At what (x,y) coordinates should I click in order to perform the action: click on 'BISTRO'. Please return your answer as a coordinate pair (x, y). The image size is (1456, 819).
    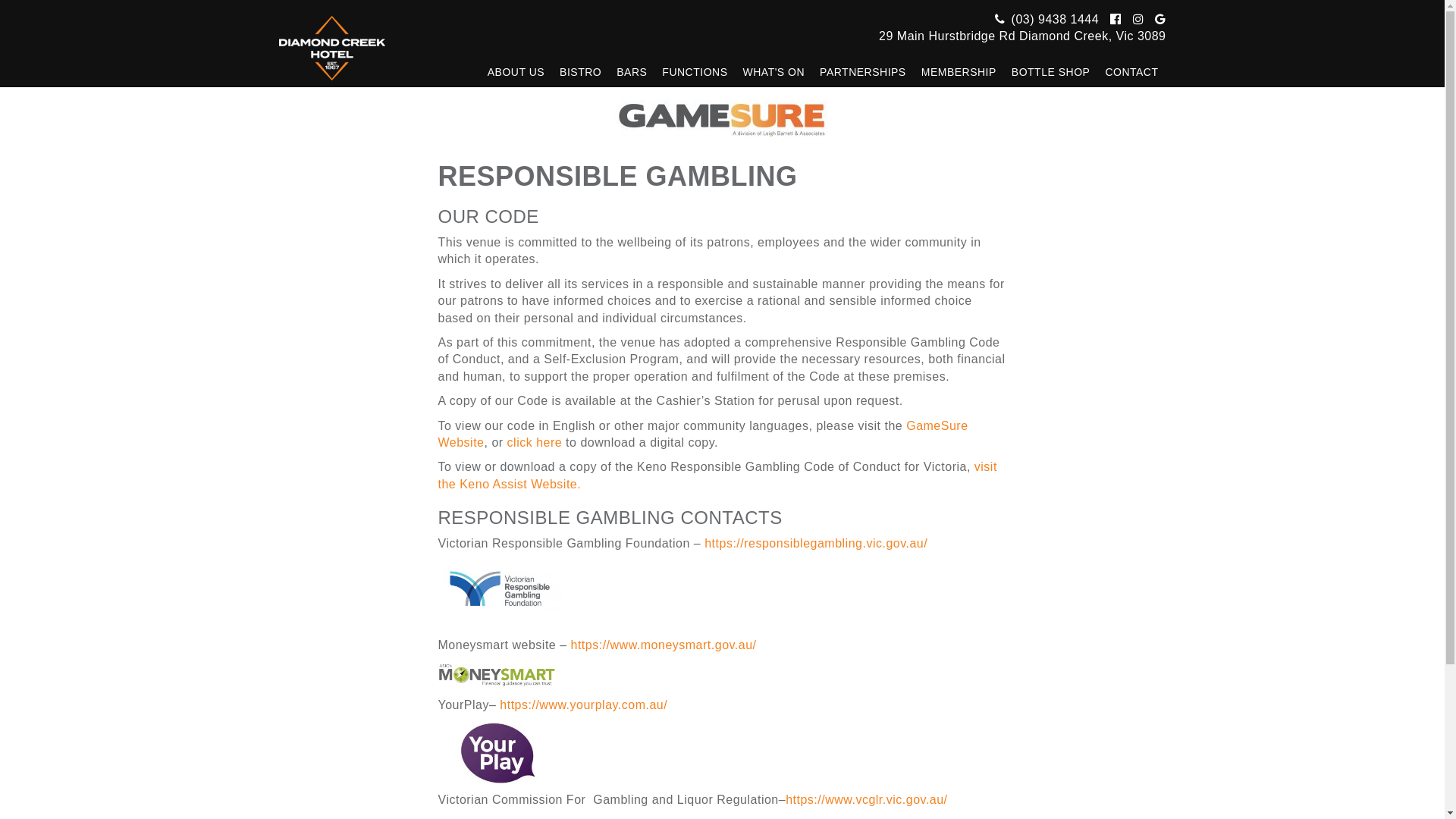
    Looking at the image, I should click on (579, 72).